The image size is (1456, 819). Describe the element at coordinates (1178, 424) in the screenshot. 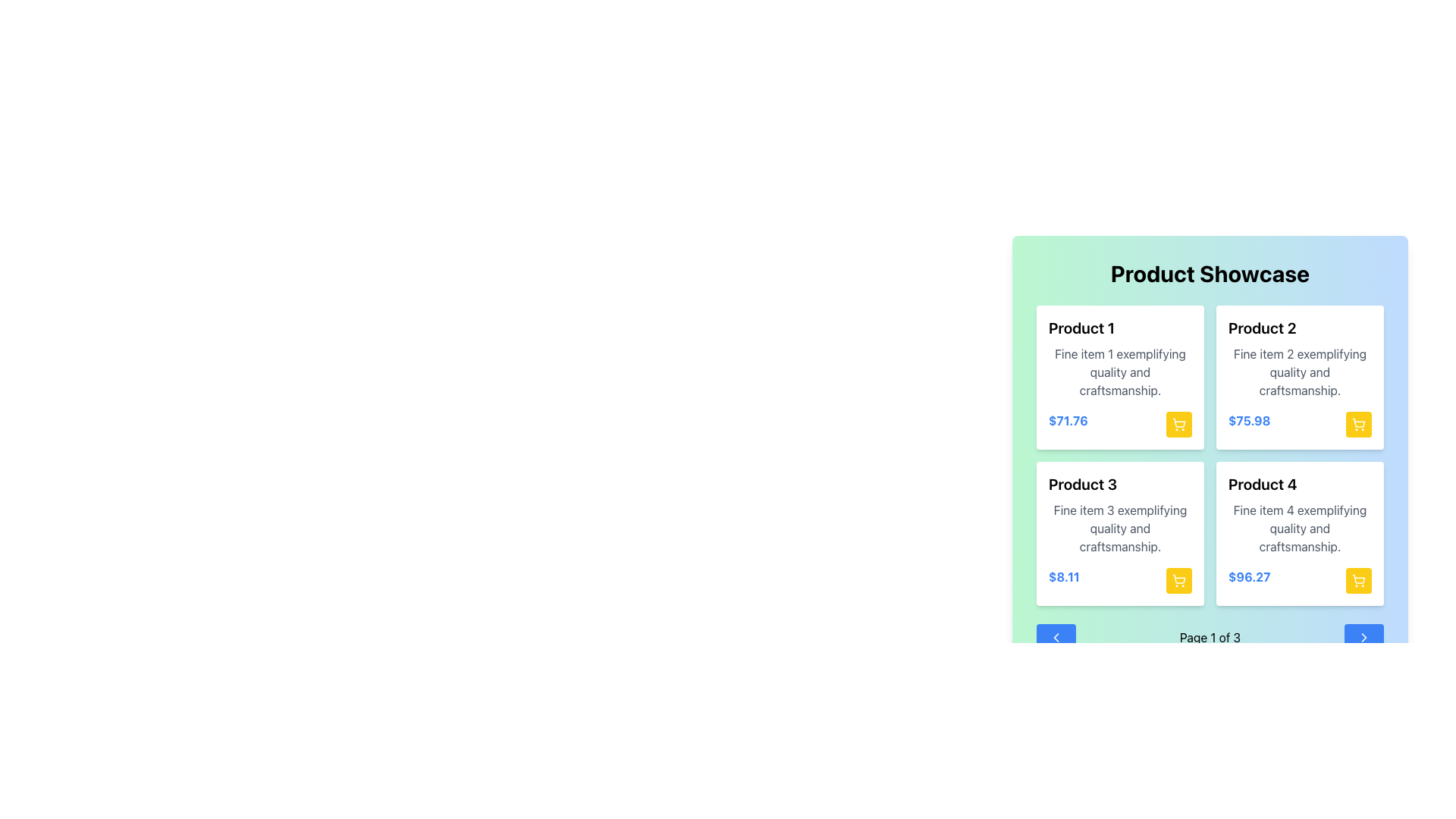

I see `the shopping cart icon, which is a minimalist yellow icon integrated within a button located to the right of the price '$71.76' in the product grid` at that location.